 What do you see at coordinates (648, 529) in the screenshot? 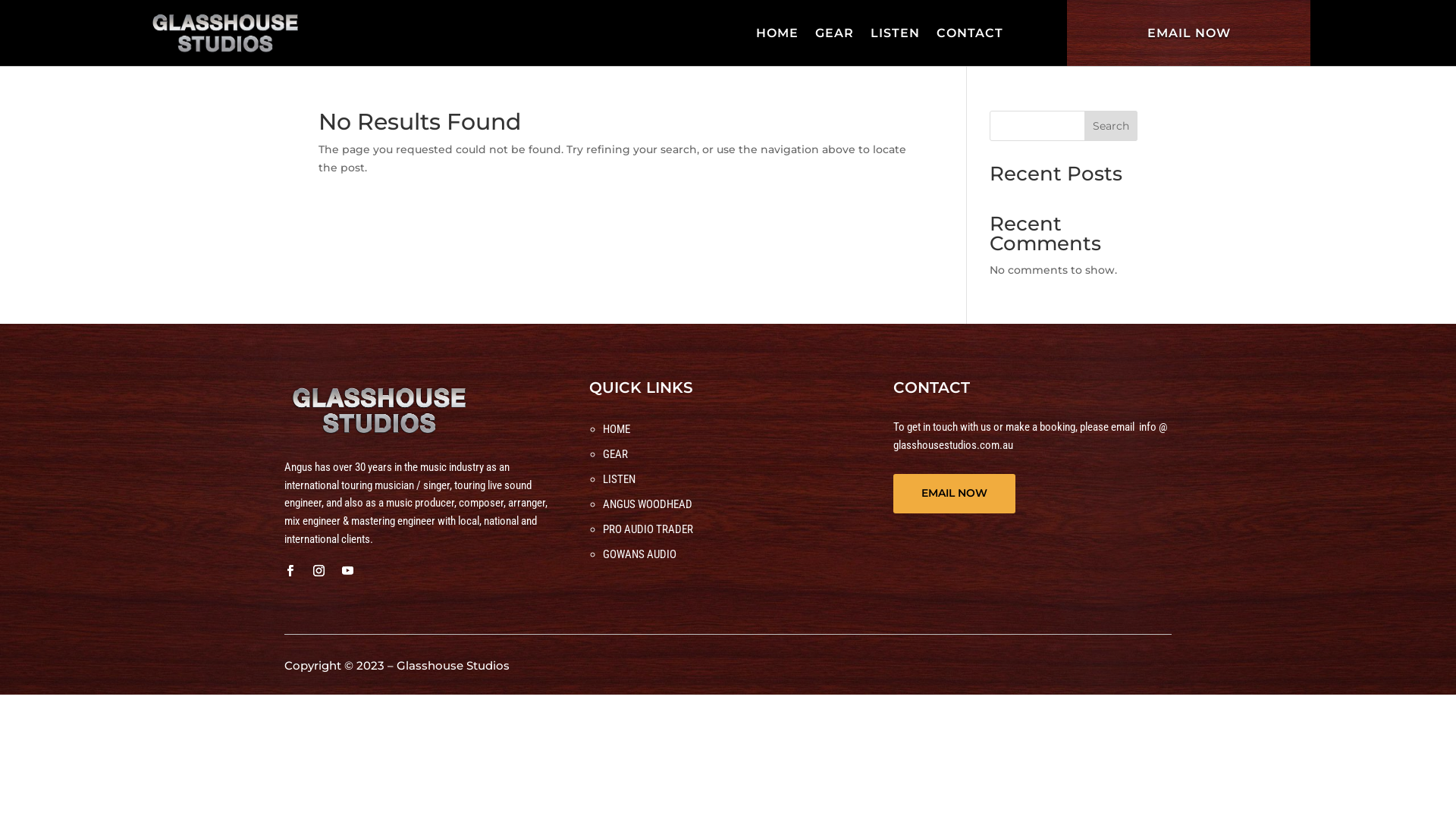
I see `'PRO AUDIO TRADER'` at bounding box center [648, 529].